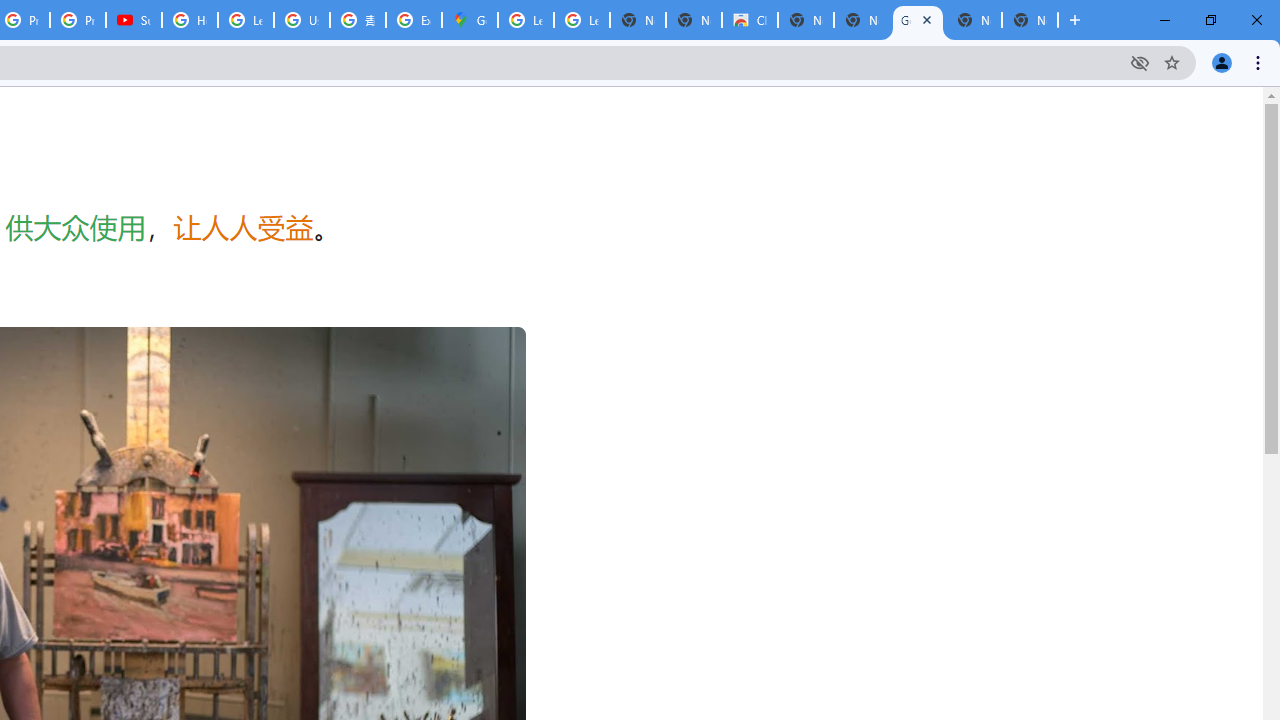 The image size is (1280, 720). I want to click on 'Chrome Web Store', so click(749, 20).